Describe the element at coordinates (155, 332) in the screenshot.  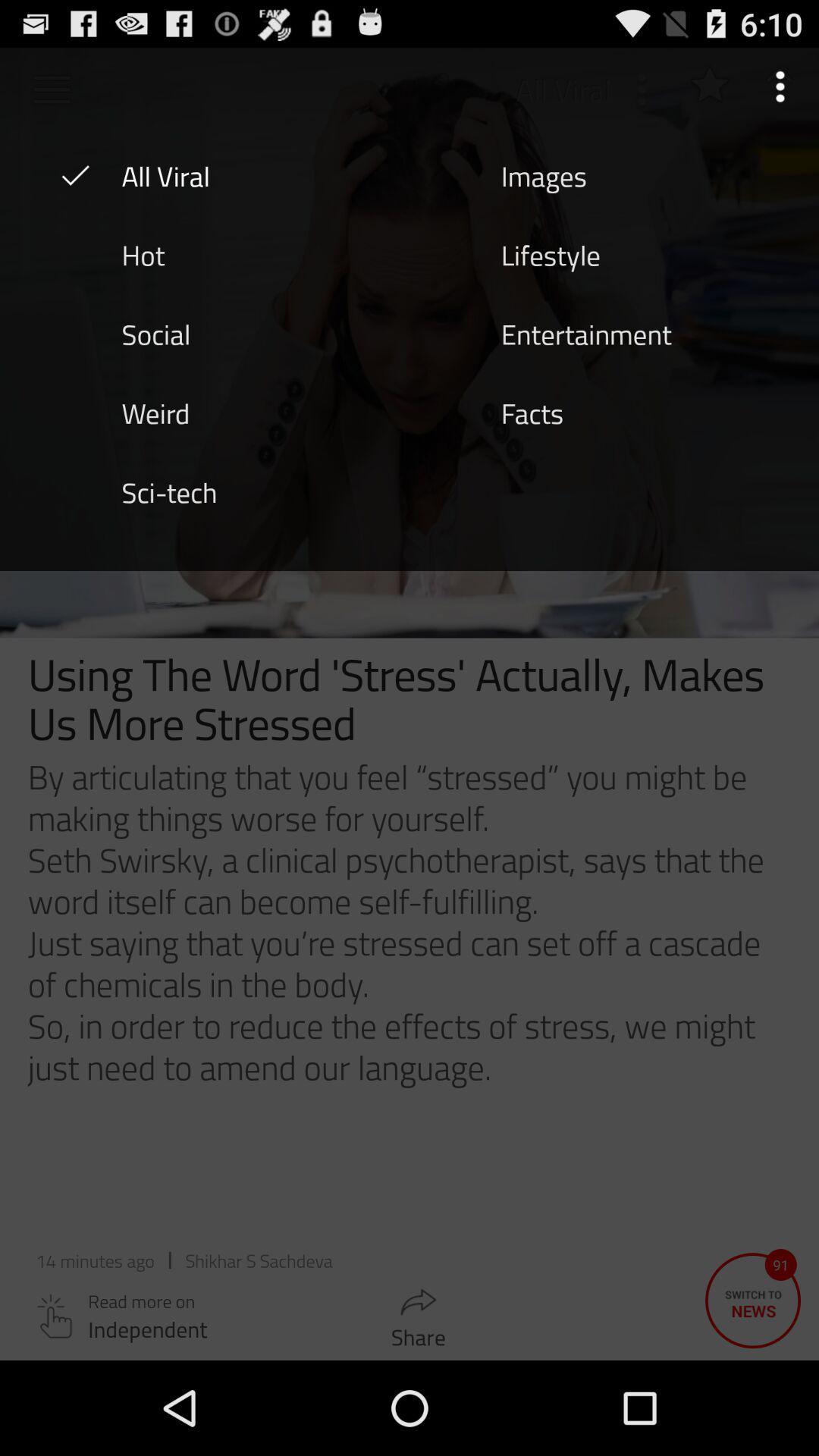
I see `social item` at that location.